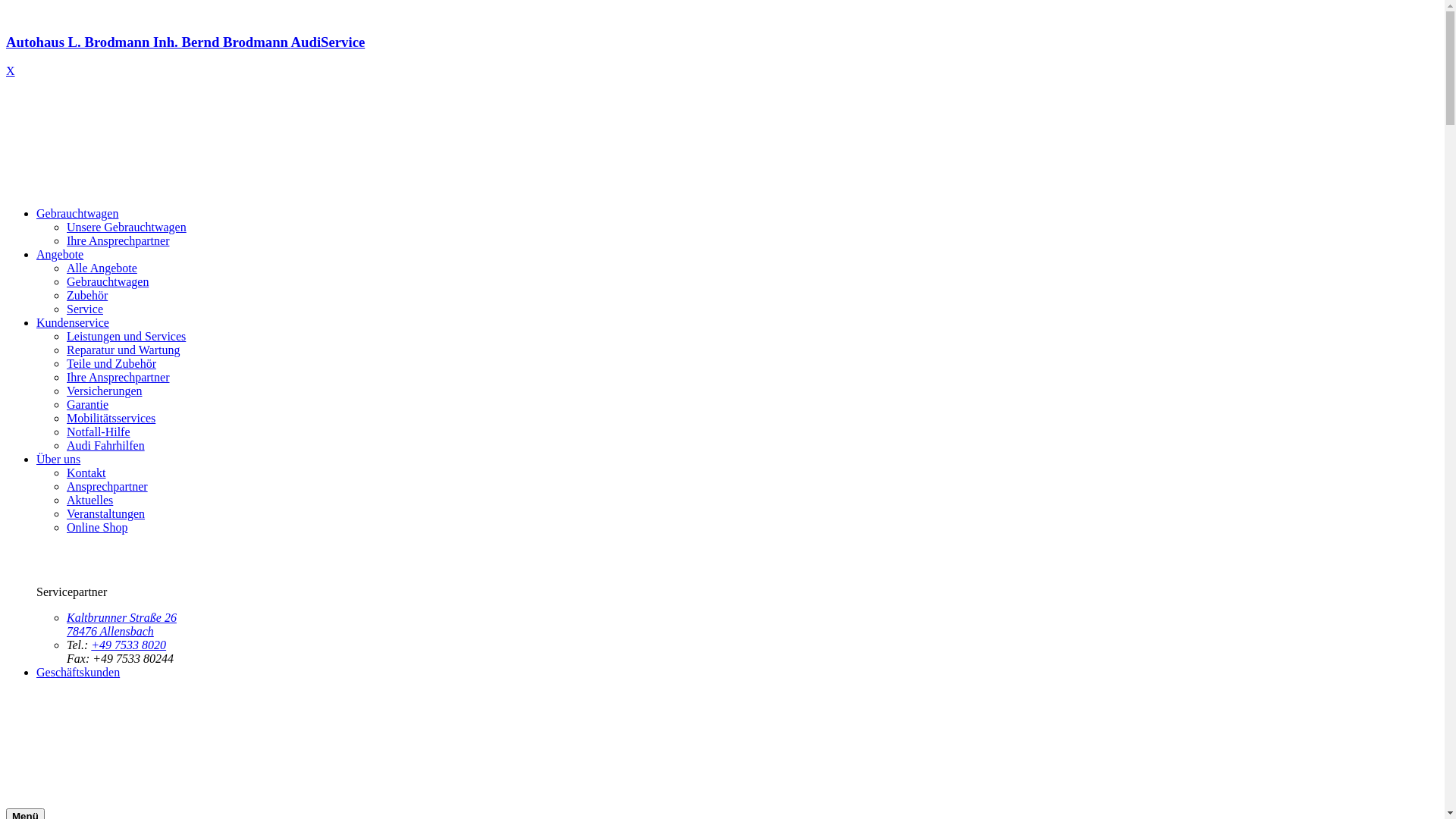  What do you see at coordinates (89, 500) in the screenshot?
I see `'Aktuelles'` at bounding box center [89, 500].